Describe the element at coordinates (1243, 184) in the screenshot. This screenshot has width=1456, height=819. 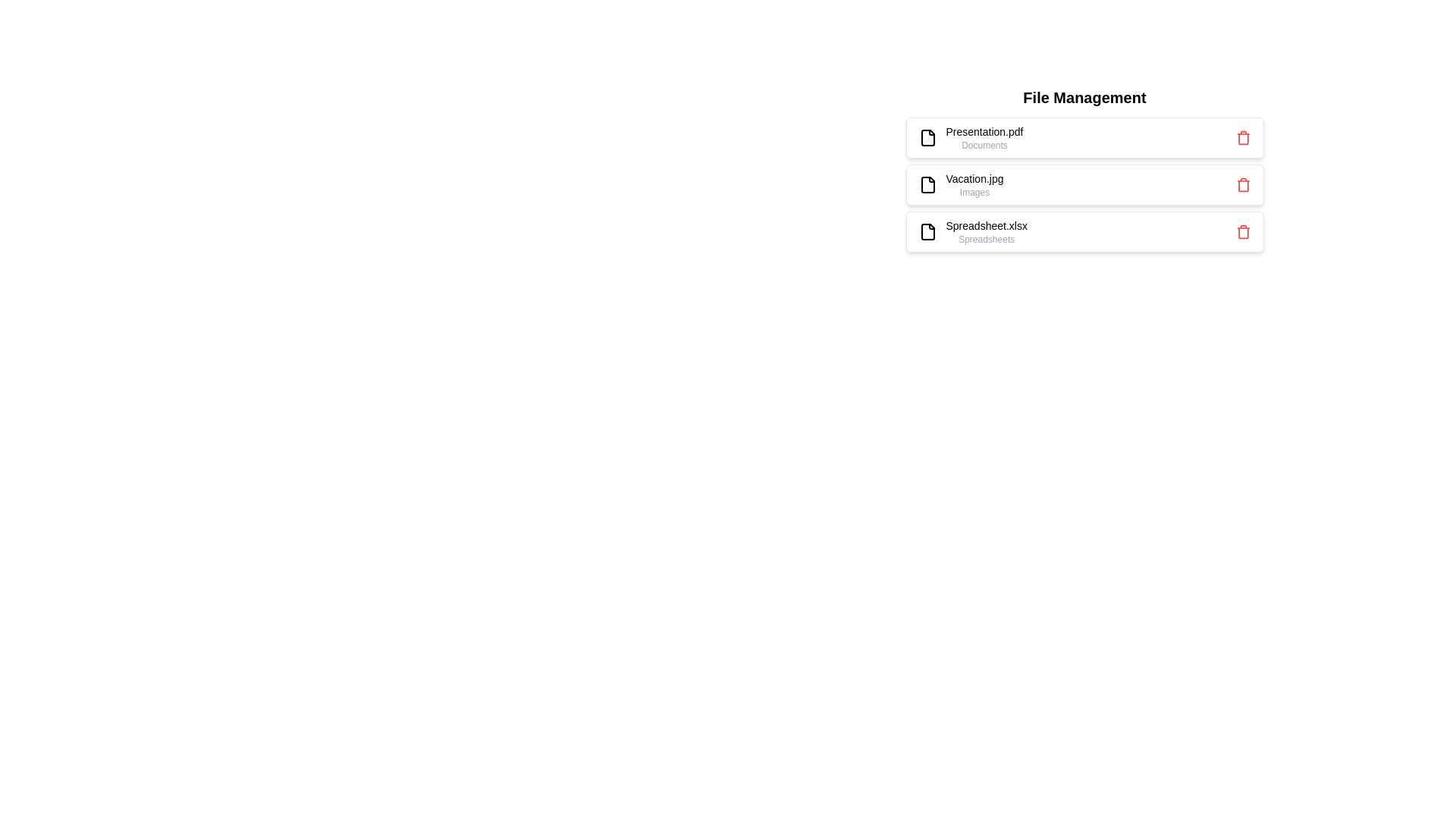
I see `delete button for the file named Vacation.jpg` at that location.